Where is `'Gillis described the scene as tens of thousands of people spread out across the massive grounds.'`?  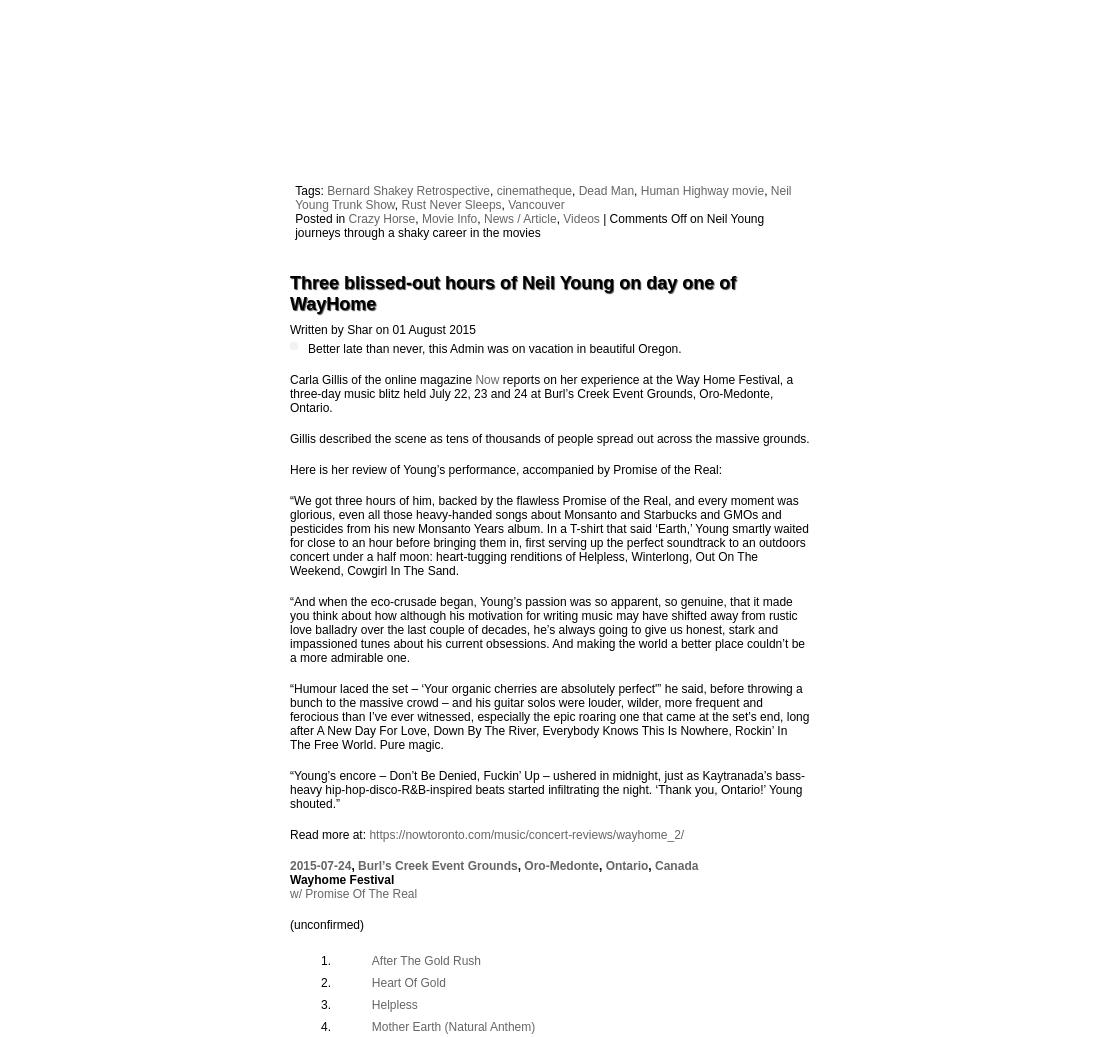 'Gillis described the scene as tens of thousands of people spread out across the massive grounds.' is located at coordinates (549, 437).